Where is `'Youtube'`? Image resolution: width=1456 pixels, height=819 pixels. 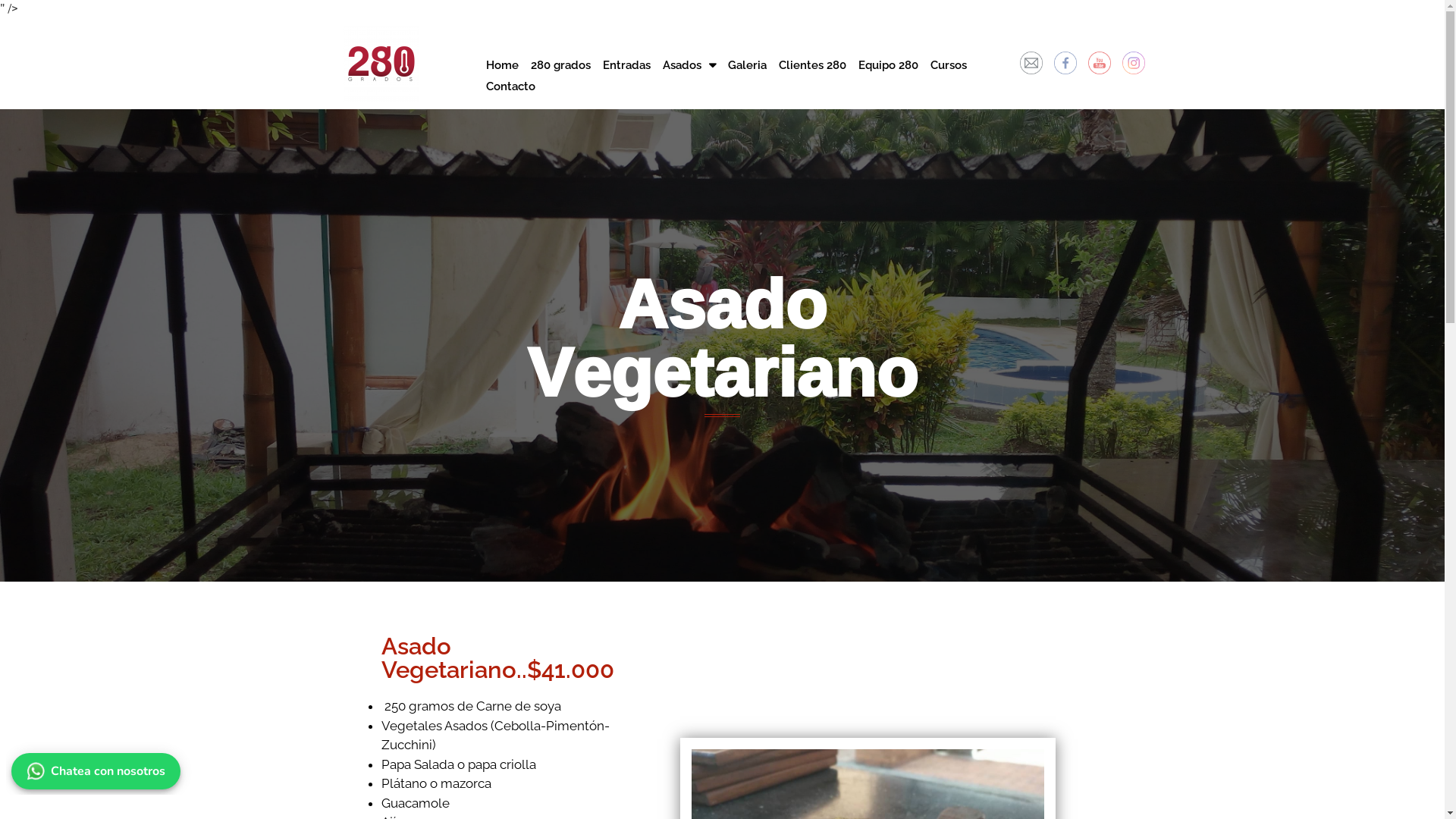 'Youtube' is located at coordinates (1099, 62).